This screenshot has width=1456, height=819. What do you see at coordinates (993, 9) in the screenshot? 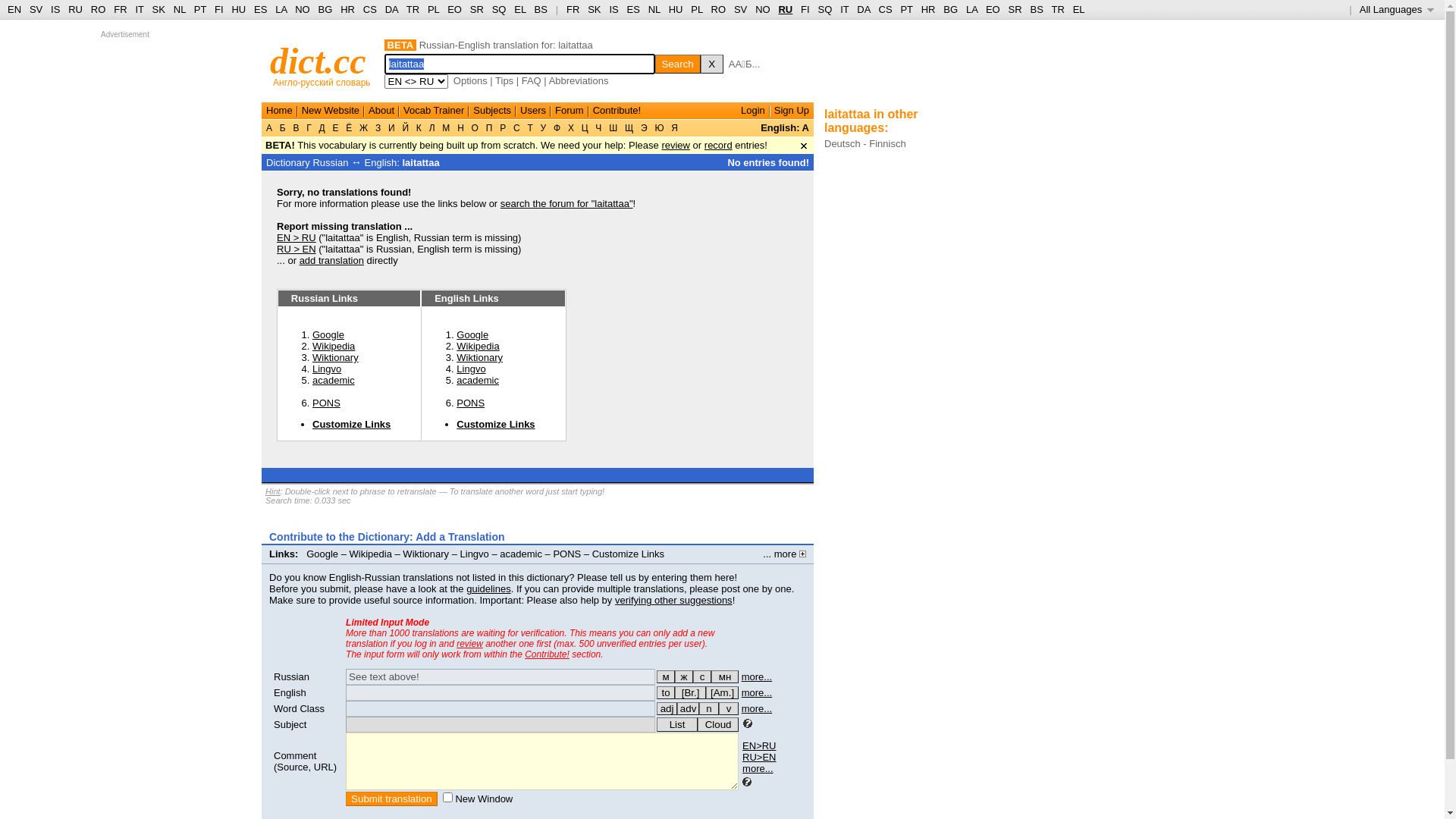
I see `'EO'` at bounding box center [993, 9].